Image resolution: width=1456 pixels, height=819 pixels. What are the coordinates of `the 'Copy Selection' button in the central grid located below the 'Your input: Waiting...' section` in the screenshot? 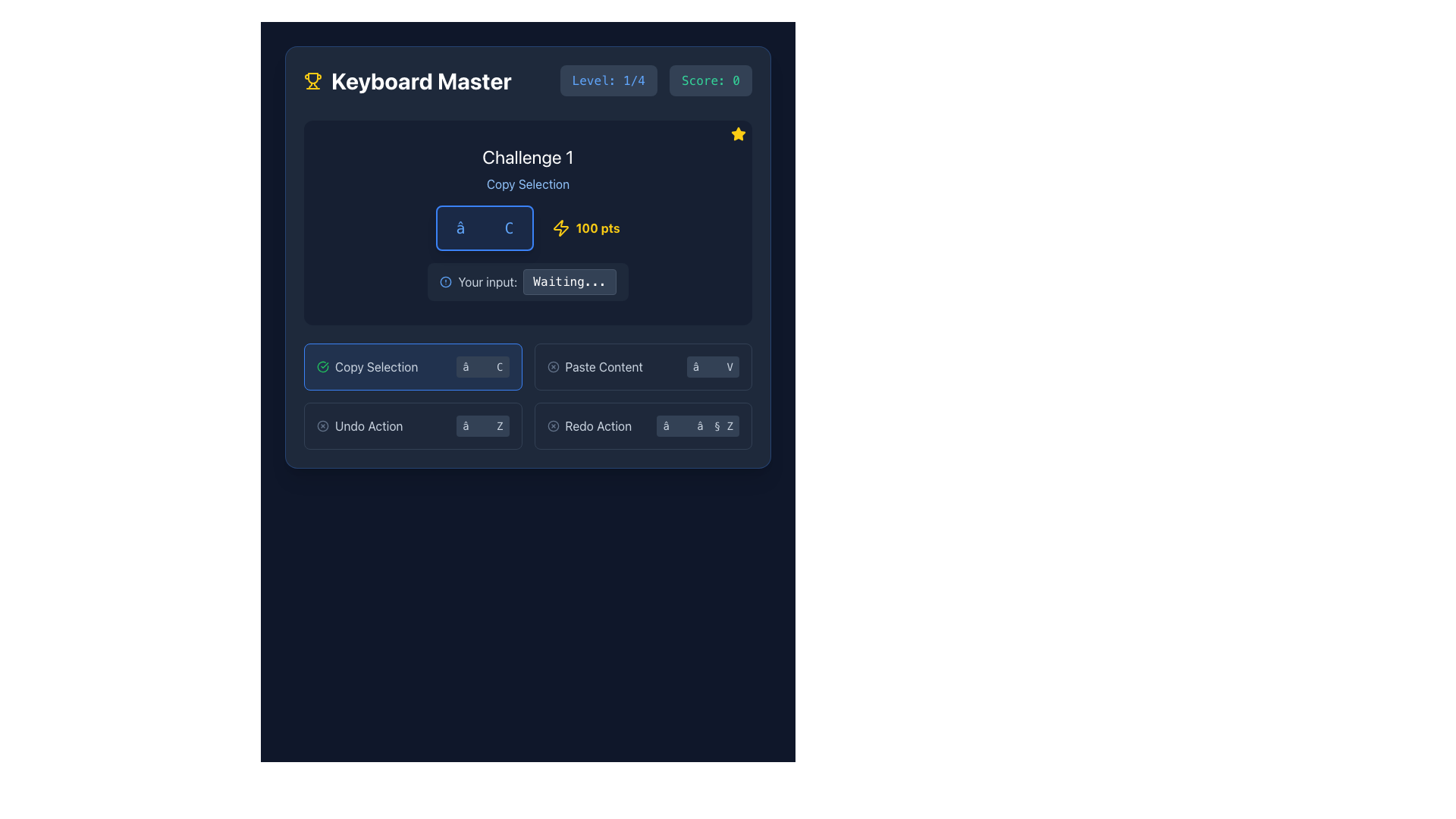 It's located at (528, 396).